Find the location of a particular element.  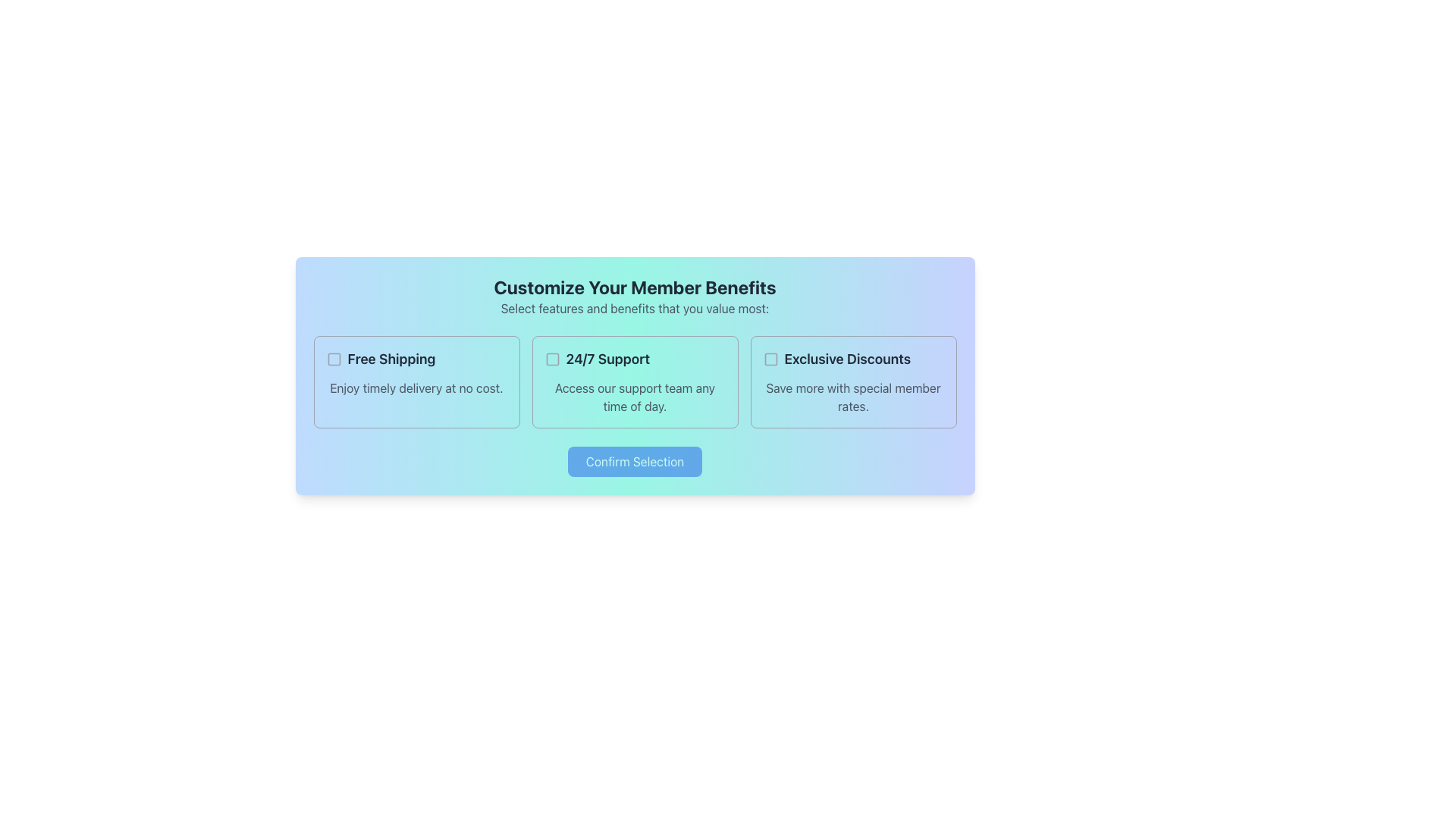

information presented in the '24/7 Support' feature selection section, which includes a title, a brief description, and a checkbox for selection is located at coordinates (635, 381).